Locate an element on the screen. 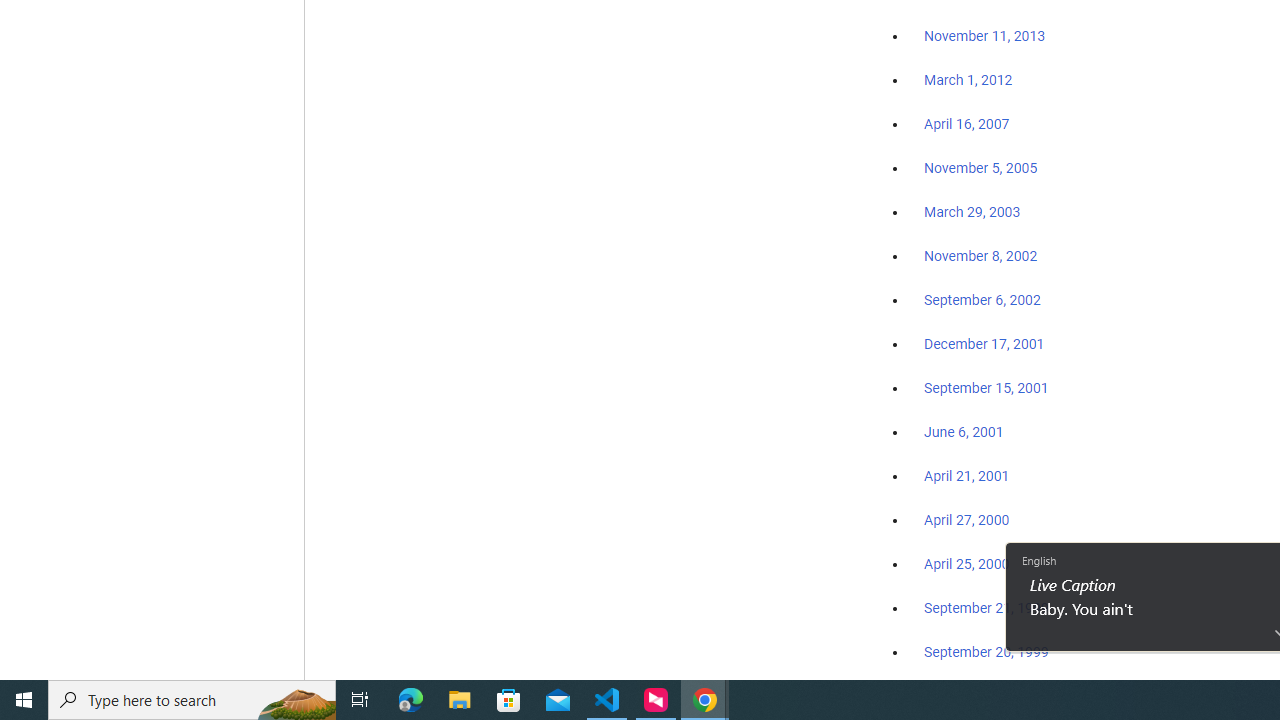 The height and width of the screenshot is (720, 1280). 'Search highlights icon opens search home window' is located at coordinates (294, 698).